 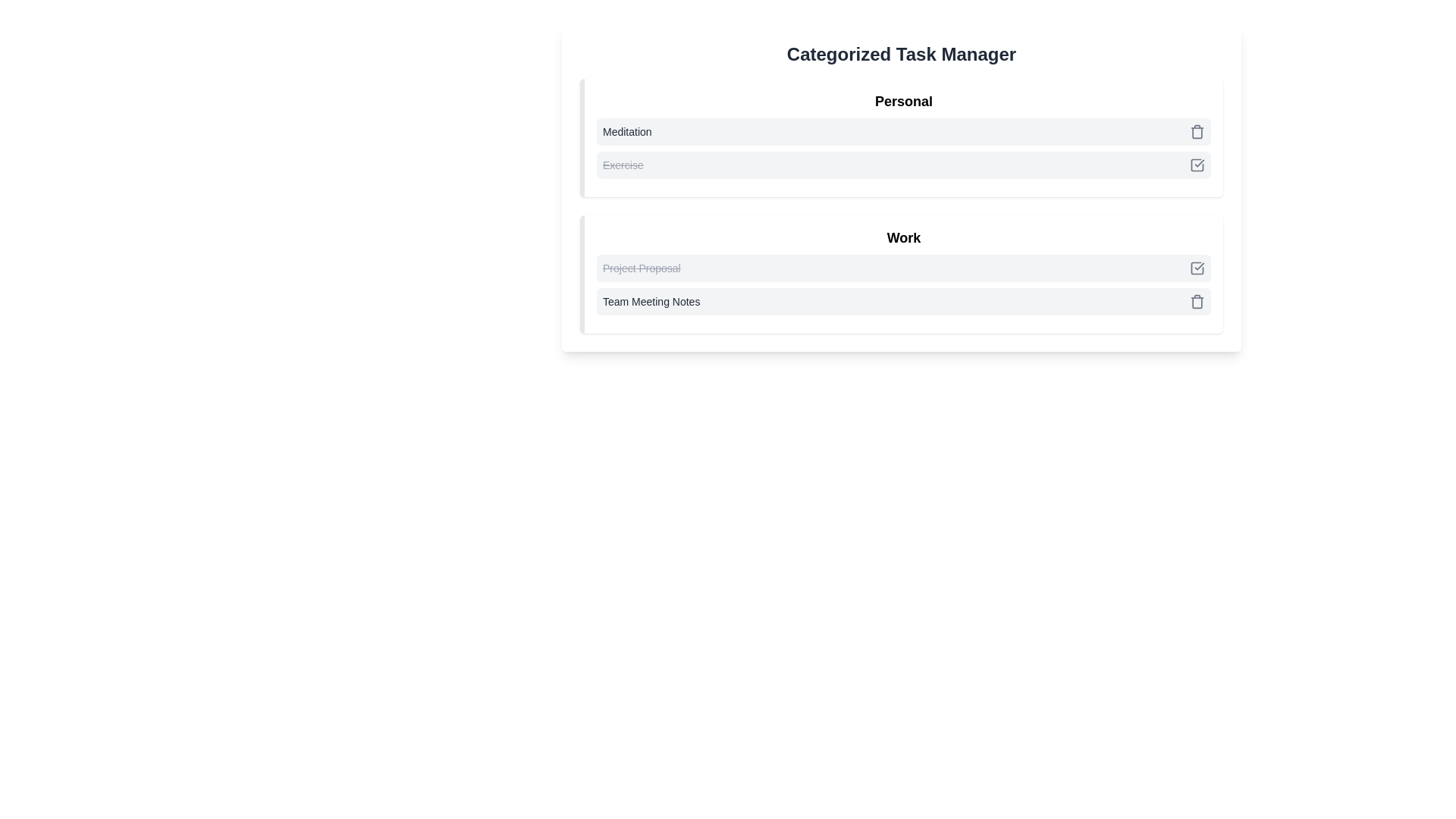 I want to click on the trash can icon button located at the far right end of the 'Meditation' task row under the 'Personal' category, so click(x=1197, y=130).